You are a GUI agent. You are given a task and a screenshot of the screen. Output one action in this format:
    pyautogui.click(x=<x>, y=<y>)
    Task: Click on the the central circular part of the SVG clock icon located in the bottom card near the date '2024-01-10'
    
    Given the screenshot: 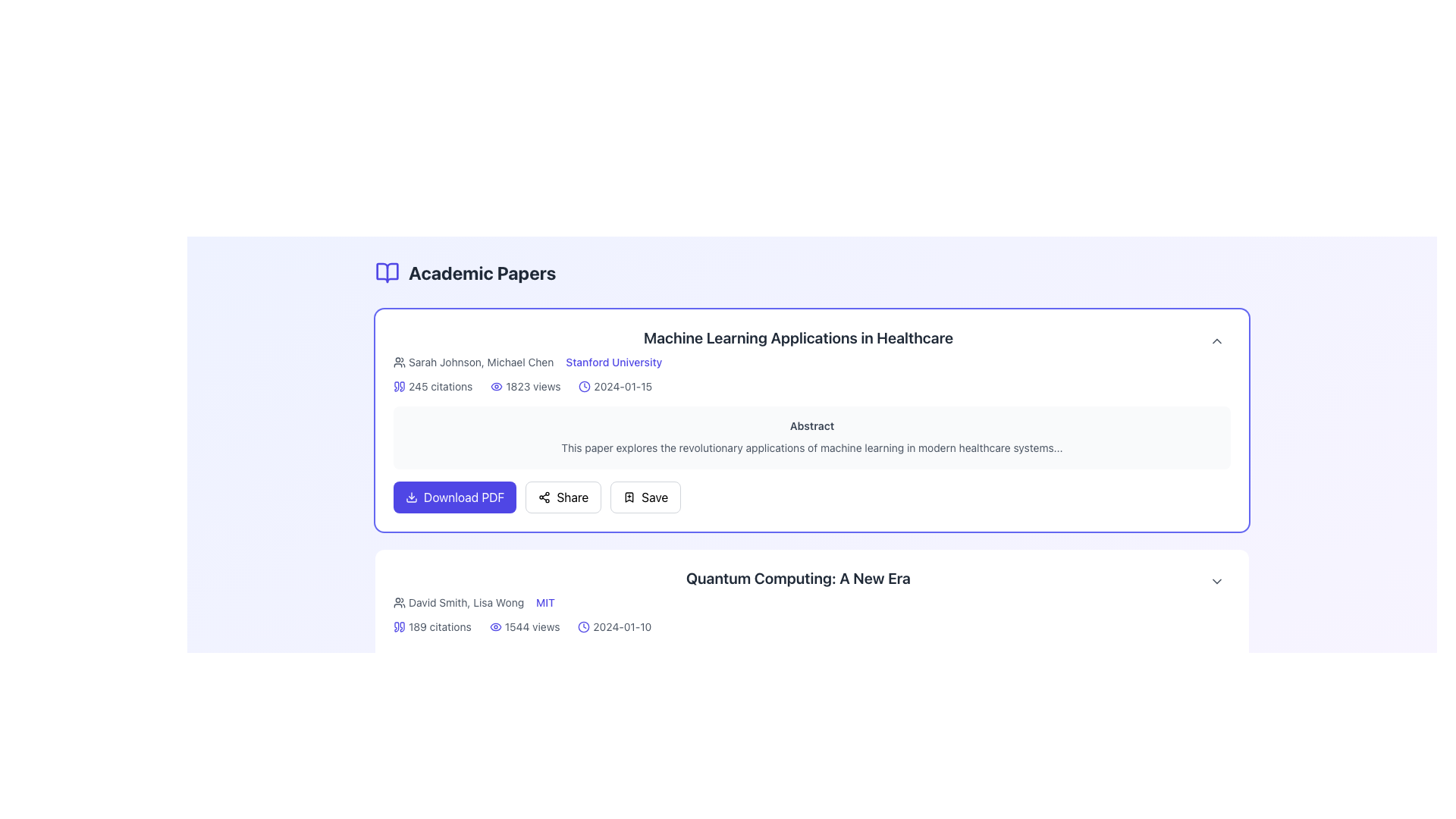 What is the action you would take?
    pyautogui.click(x=583, y=626)
    